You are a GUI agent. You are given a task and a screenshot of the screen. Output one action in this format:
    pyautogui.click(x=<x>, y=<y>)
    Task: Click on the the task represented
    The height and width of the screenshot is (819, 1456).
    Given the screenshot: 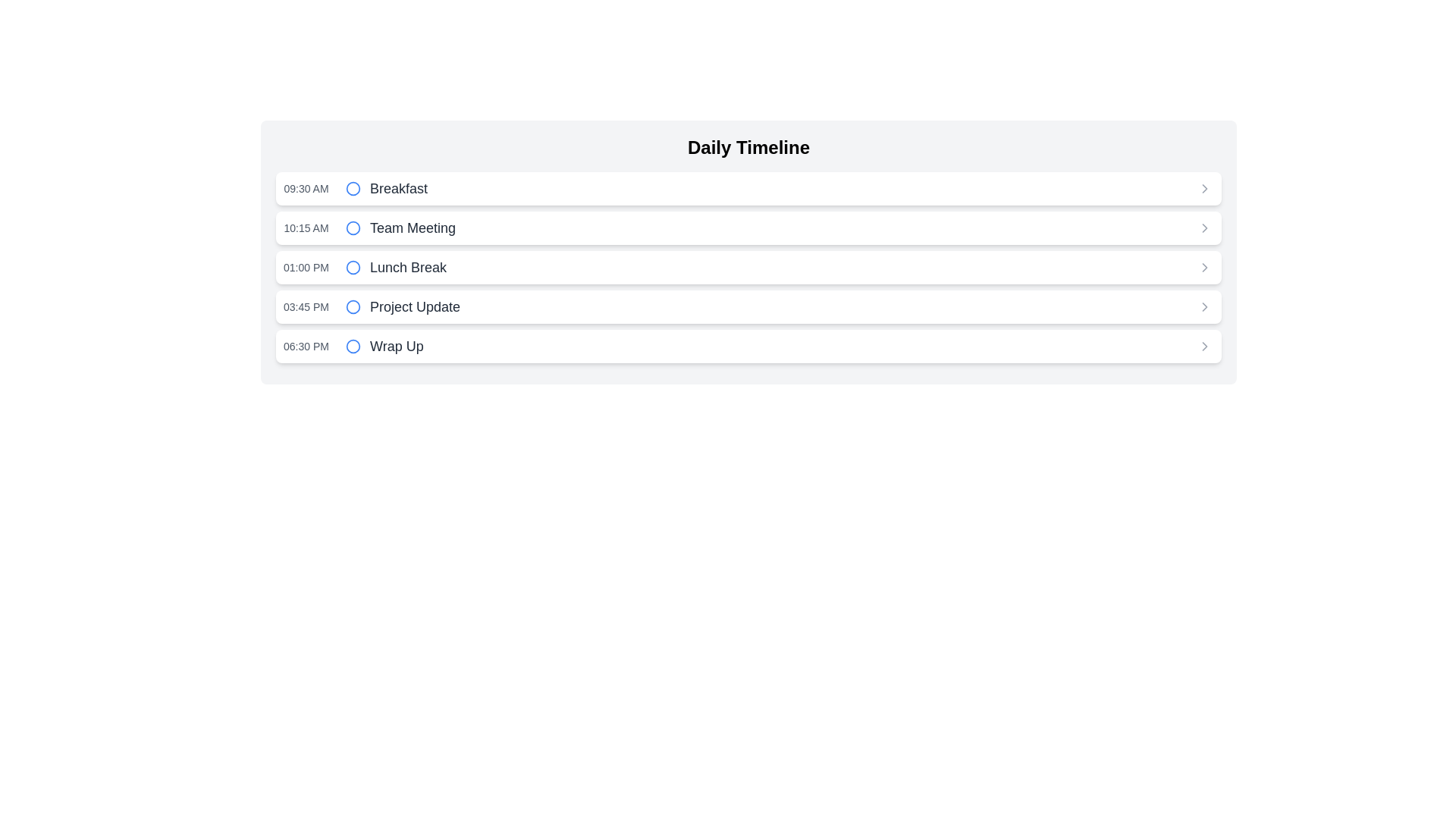 What is the action you would take?
    pyautogui.click(x=352, y=307)
    